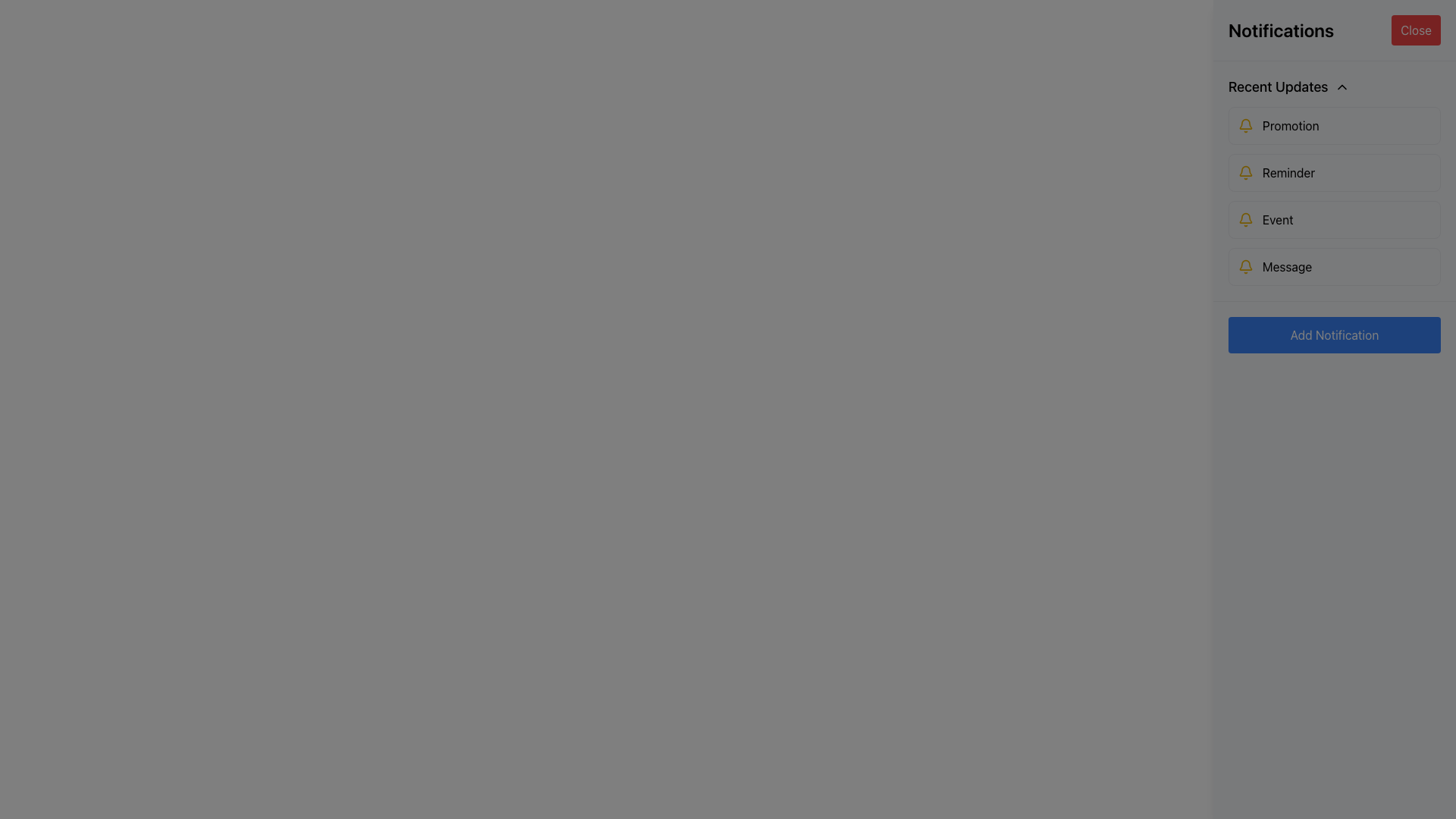  What do you see at coordinates (1341, 87) in the screenshot?
I see `the interactive icon located to the immediate right of the 'Recent Updates' text, which serves as a button for collapsing or expanding the section` at bounding box center [1341, 87].